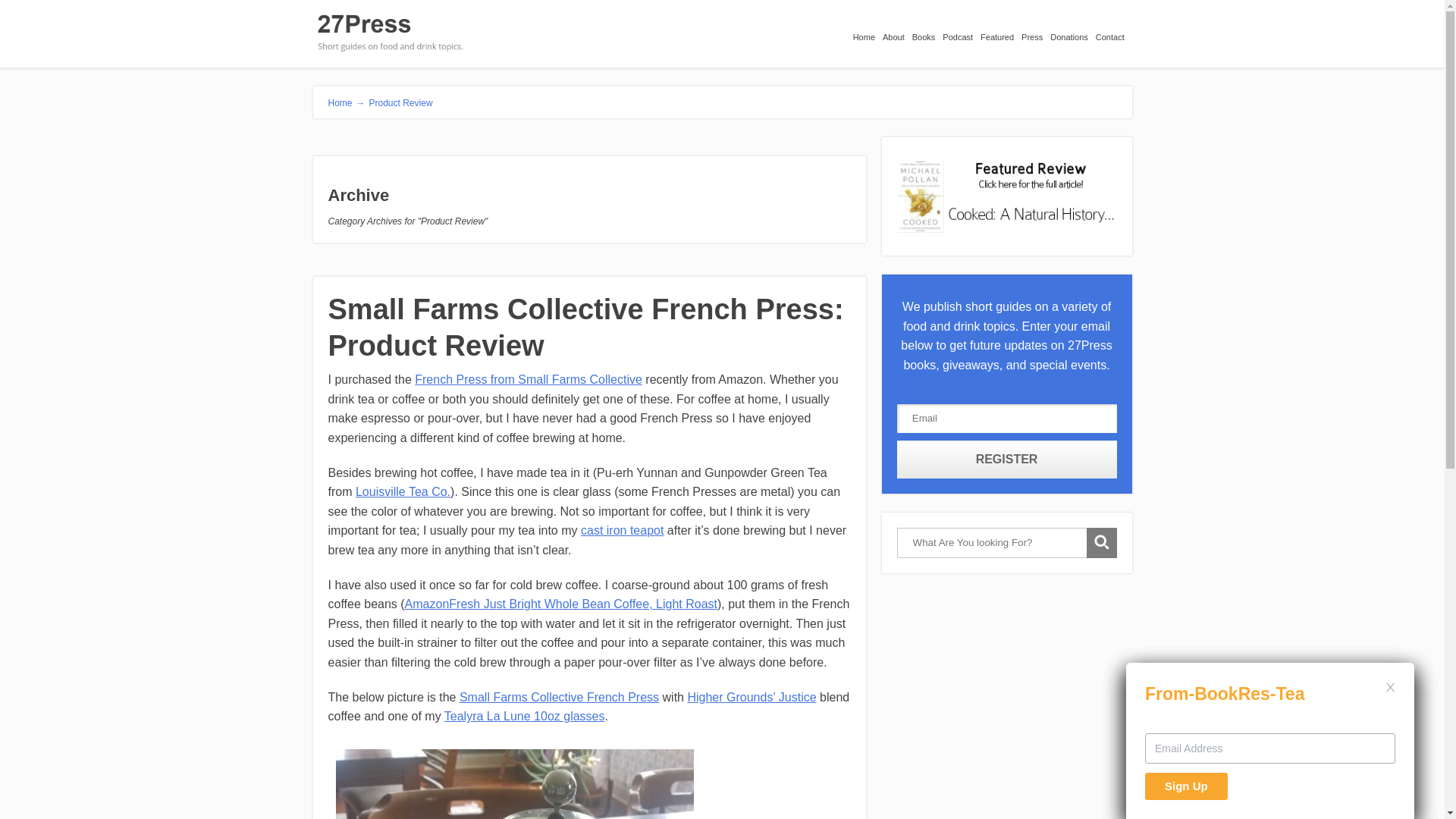 The width and height of the screenshot is (1456, 819). Describe the element at coordinates (897, 33) in the screenshot. I see `'About'` at that location.